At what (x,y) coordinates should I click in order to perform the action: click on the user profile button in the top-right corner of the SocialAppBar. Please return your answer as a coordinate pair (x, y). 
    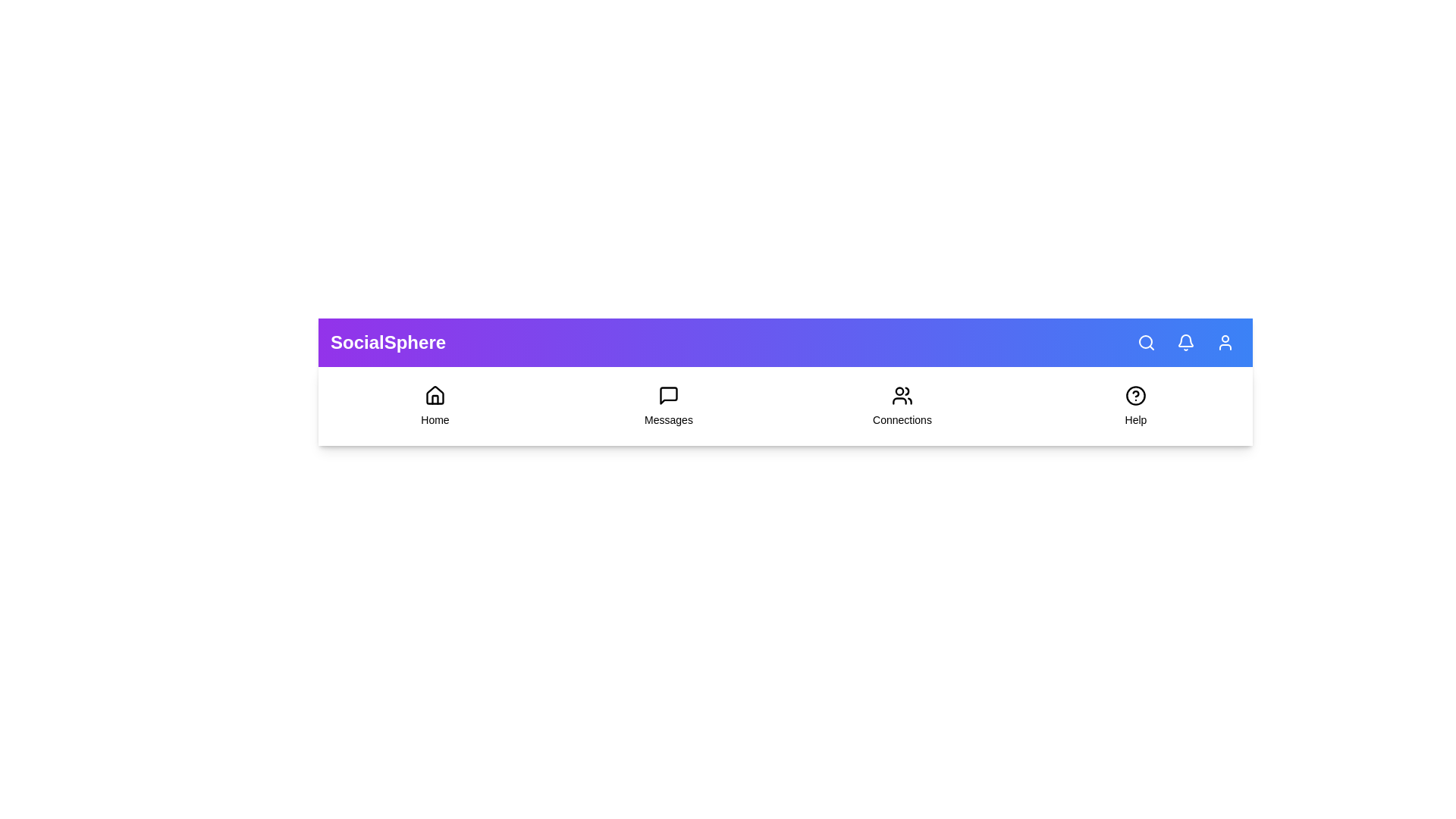
    Looking at the image, I should click on (1225, 342).